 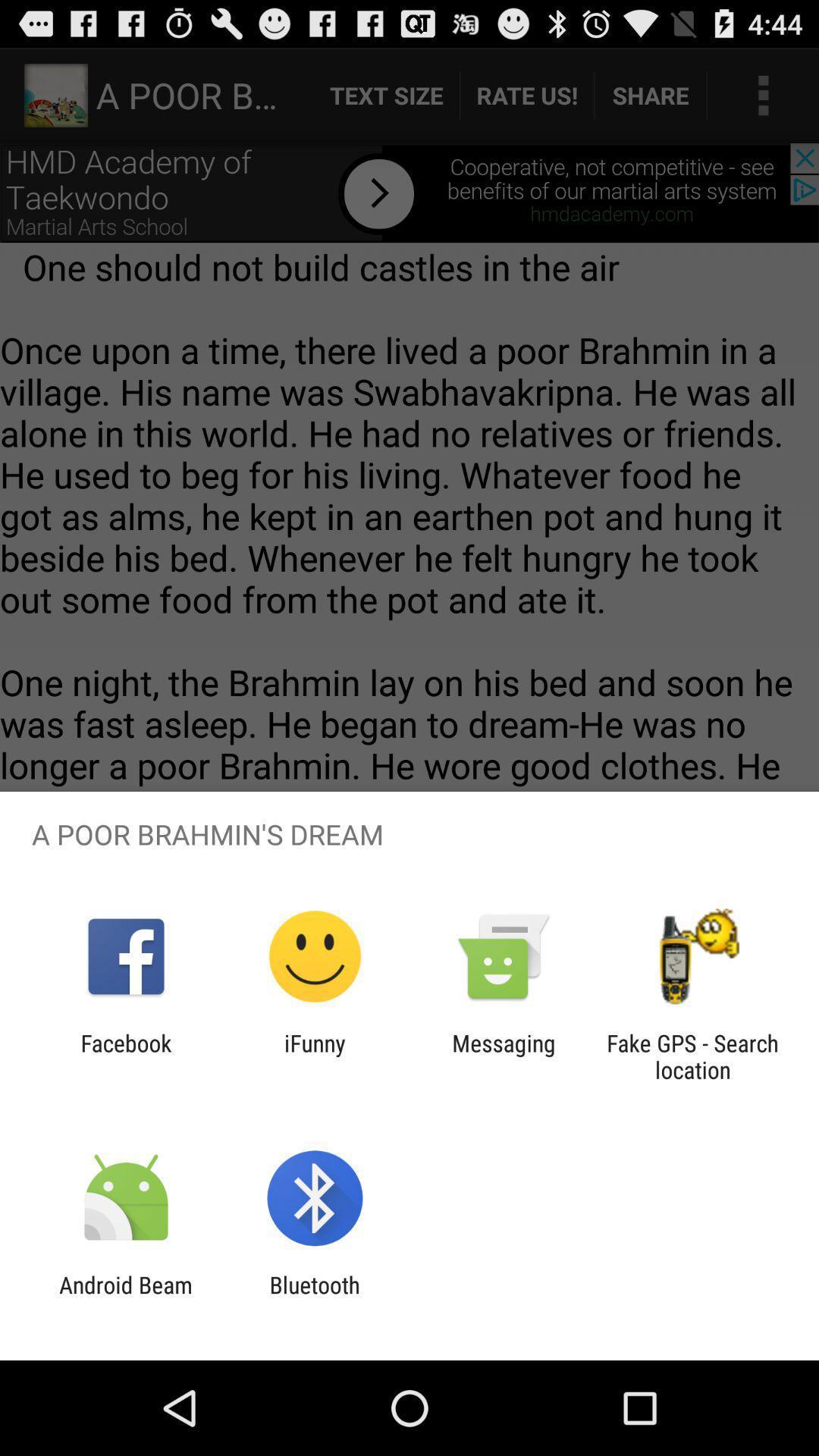 What do you see at coordinates (125, 1056) in the screenshot?
I see `facebook item` at bounding box center [125, 1056].